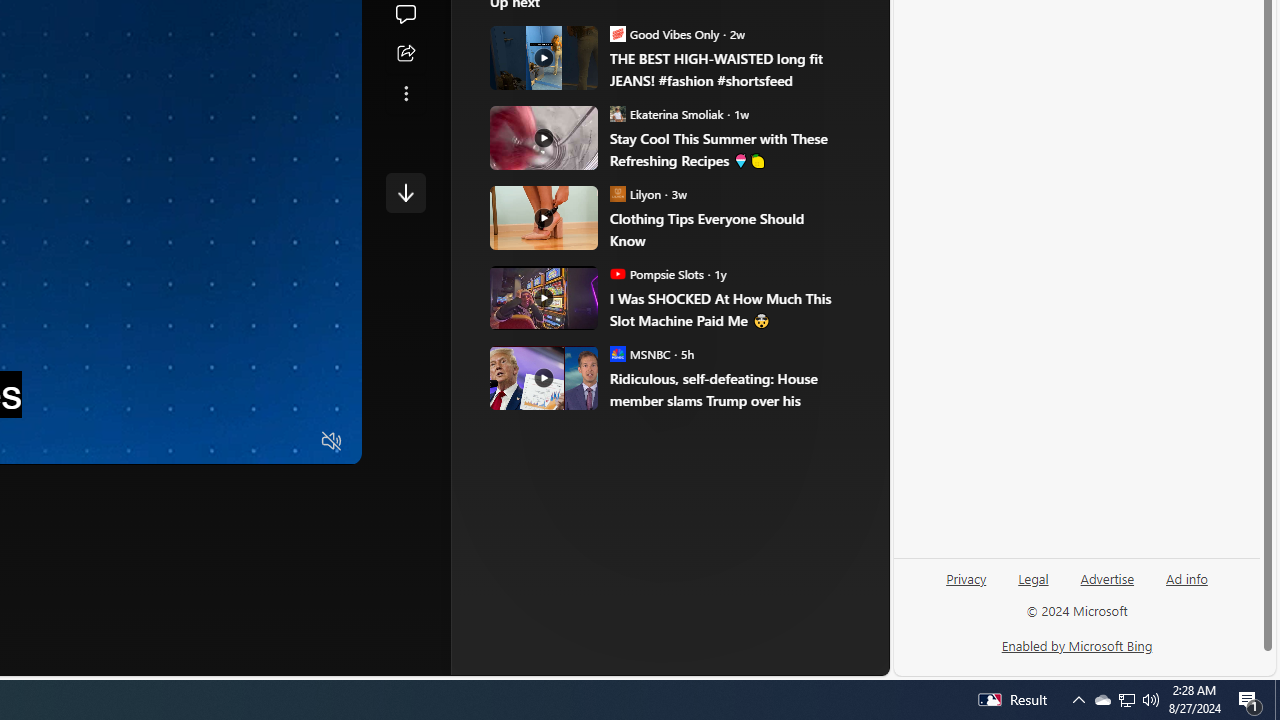  Describe the element at coordinates (292, 441) in the screenshot. I see `'Fullscreen'` at that location.